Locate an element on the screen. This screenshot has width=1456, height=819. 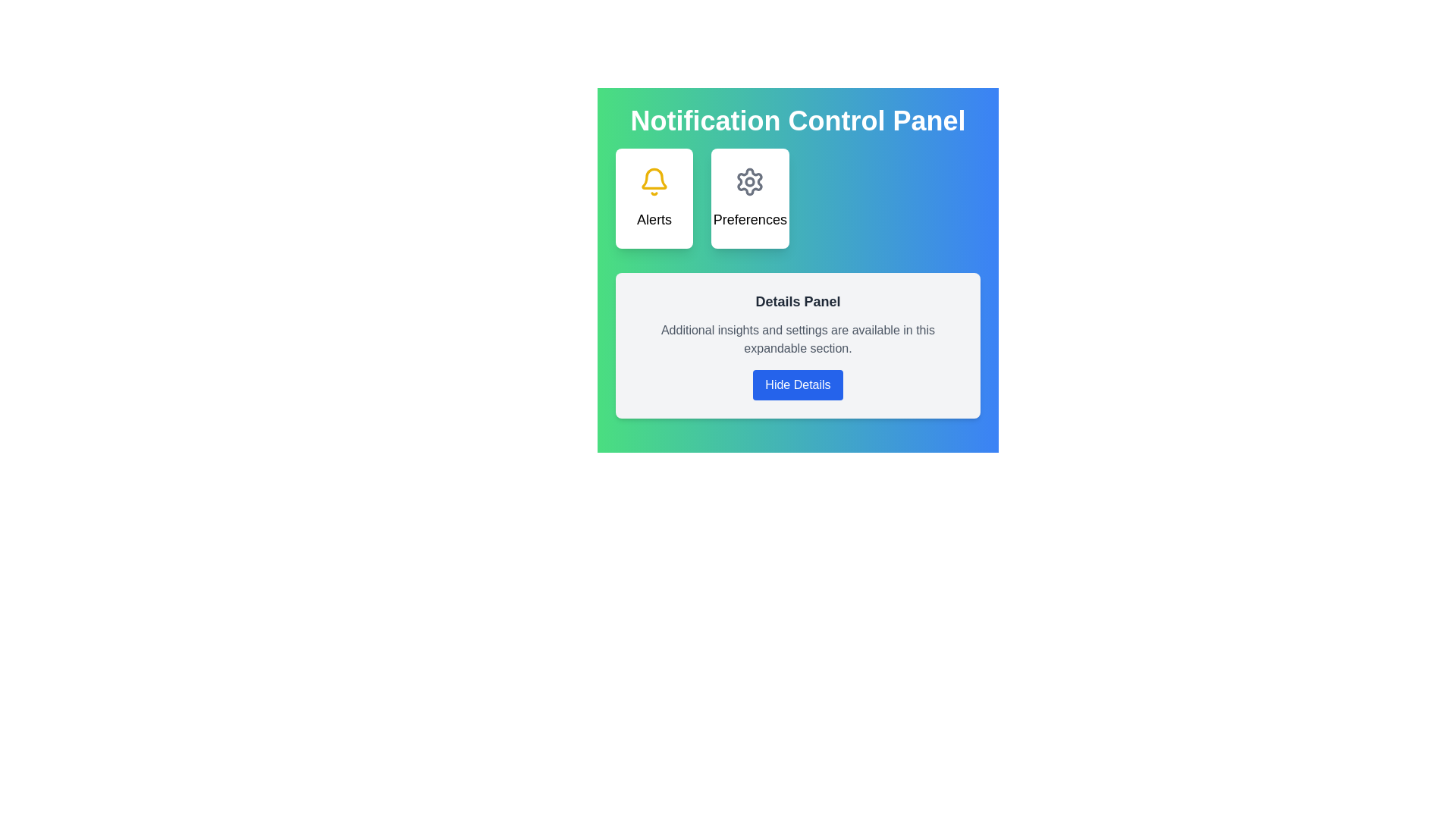
the alert notification indicator located in the top left of the interface within the 'Alerts' box, which has a white background and a shadowed border is located at coordinates (654, 177).